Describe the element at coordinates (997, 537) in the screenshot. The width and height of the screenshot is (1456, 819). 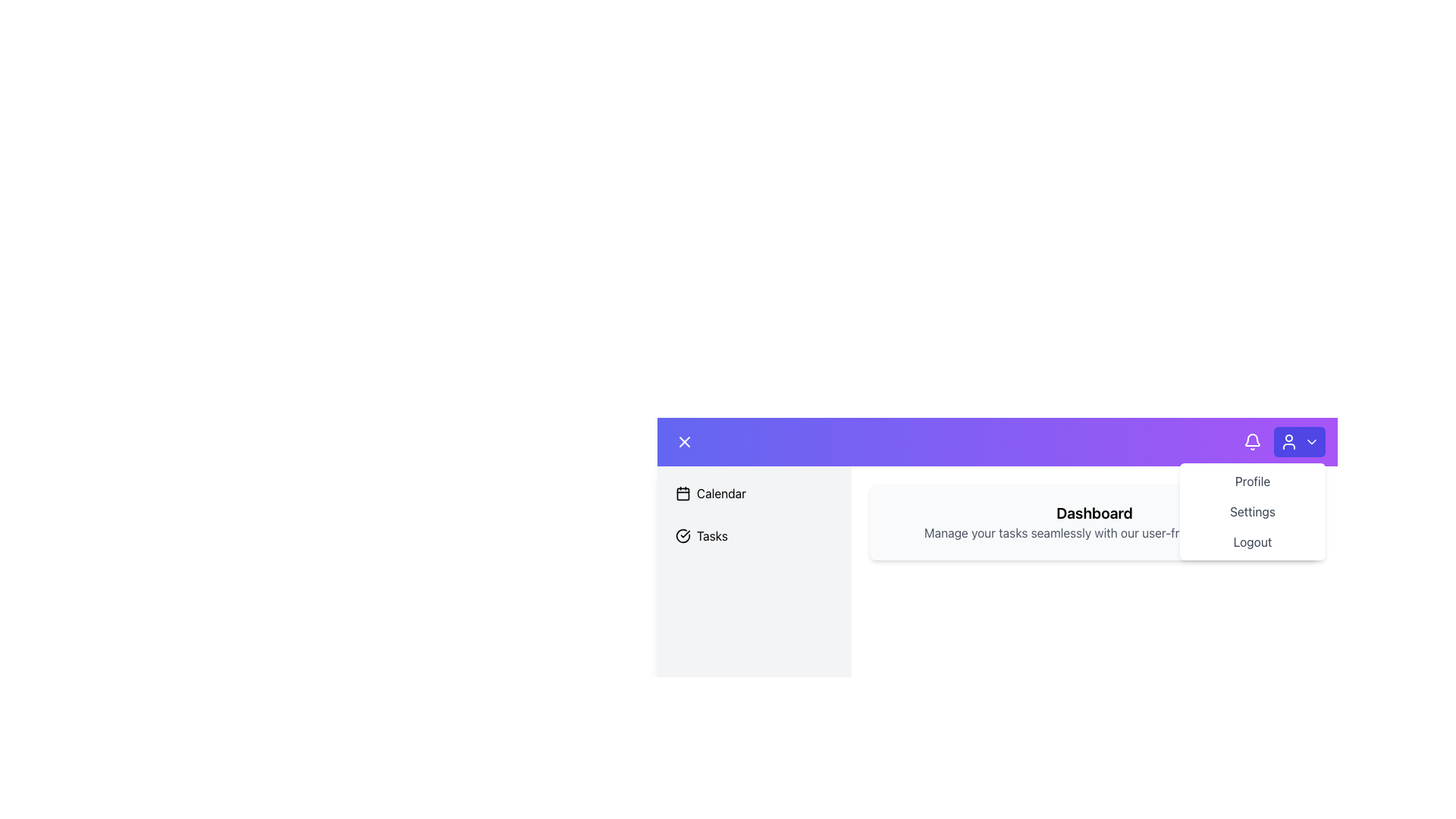
I see `descriptive overview or title of the 'Dashboard' section located in the text block beneath the purple header, which is centrally aligned within a white background` at that location.